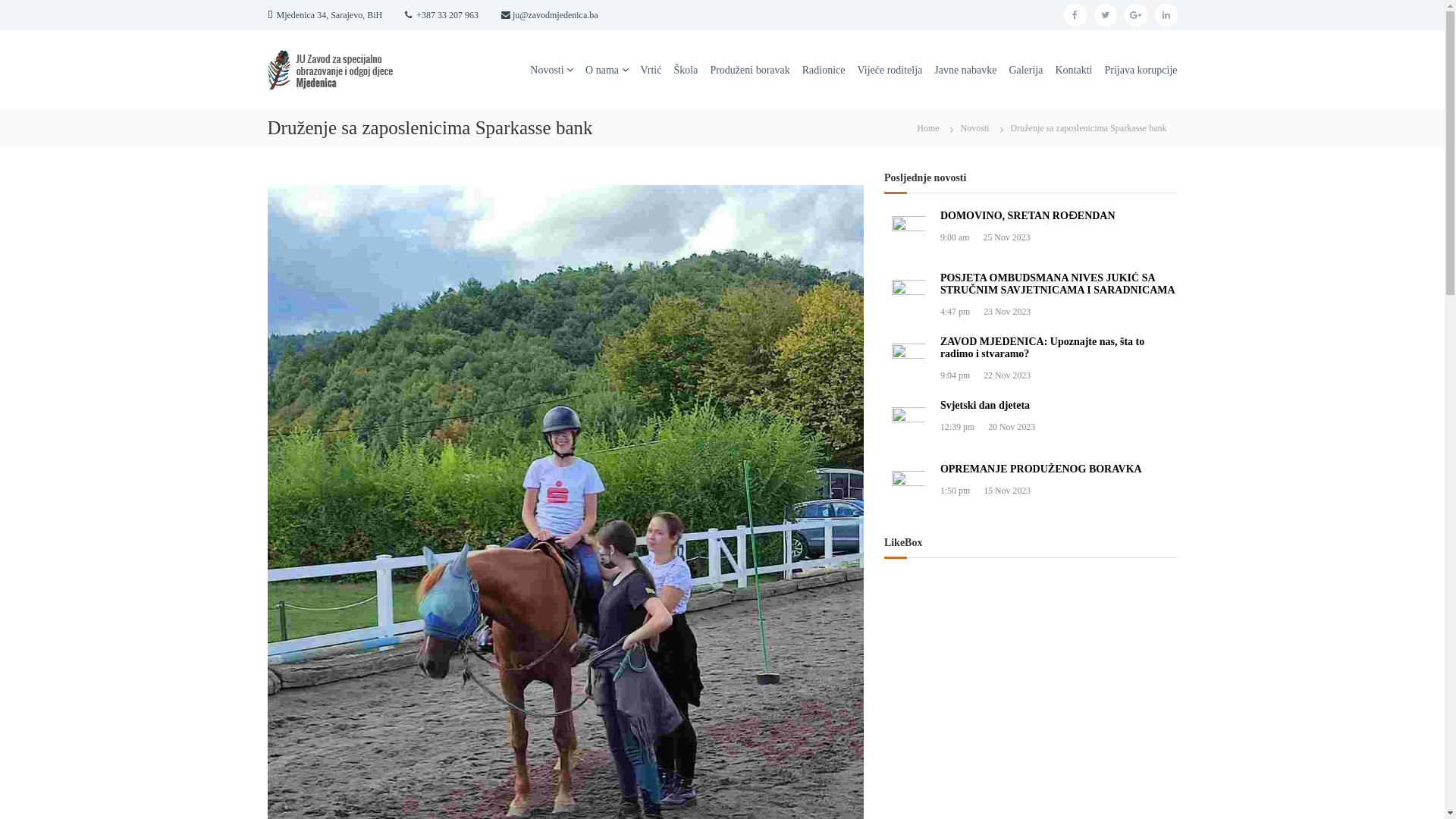  Describe the element at coordinates (1164, 14) in the screenshot. I see `'linkedin'` at that location.